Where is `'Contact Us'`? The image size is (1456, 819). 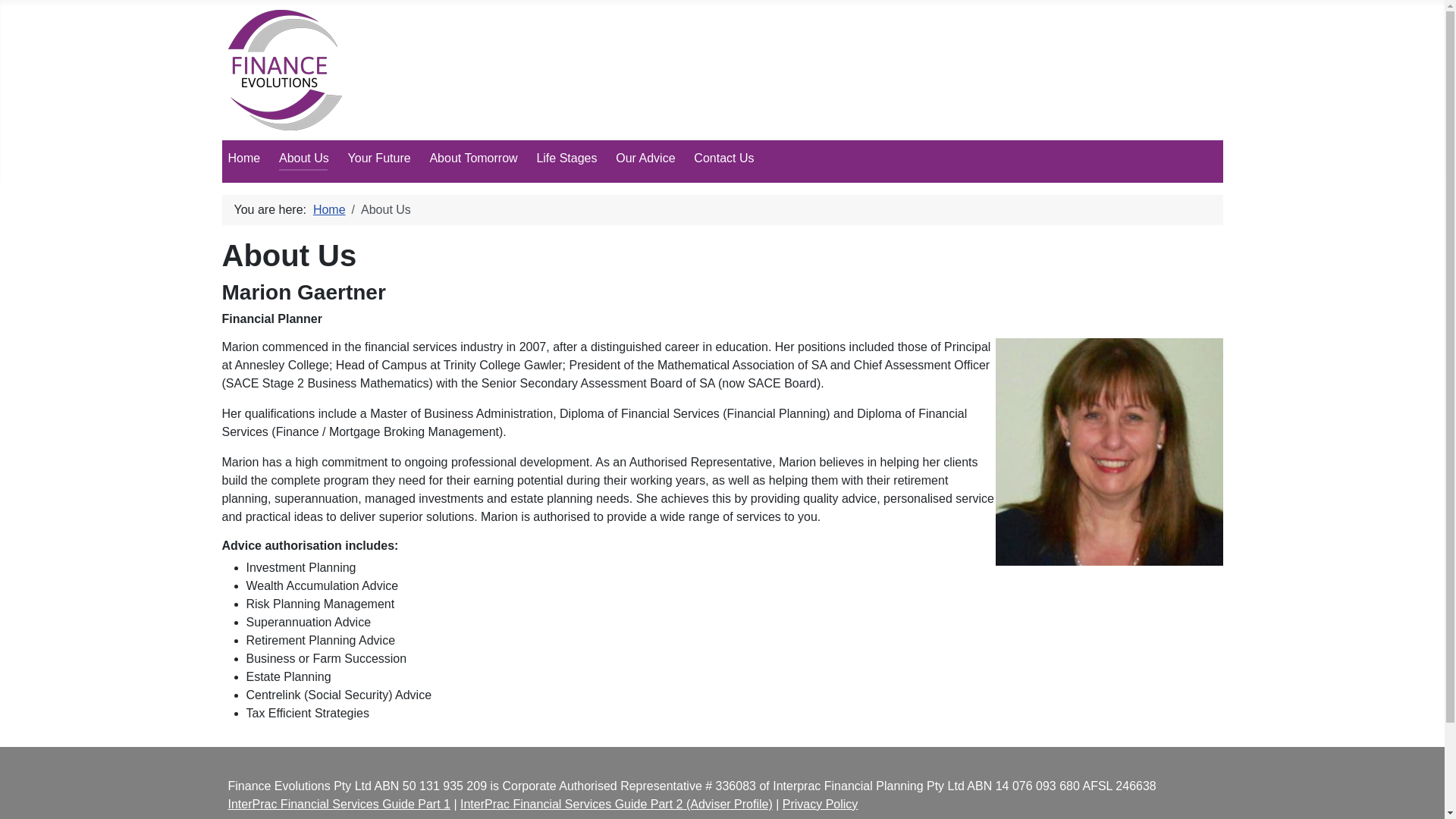 'Contact Us' is located at coordinates (723, 158).